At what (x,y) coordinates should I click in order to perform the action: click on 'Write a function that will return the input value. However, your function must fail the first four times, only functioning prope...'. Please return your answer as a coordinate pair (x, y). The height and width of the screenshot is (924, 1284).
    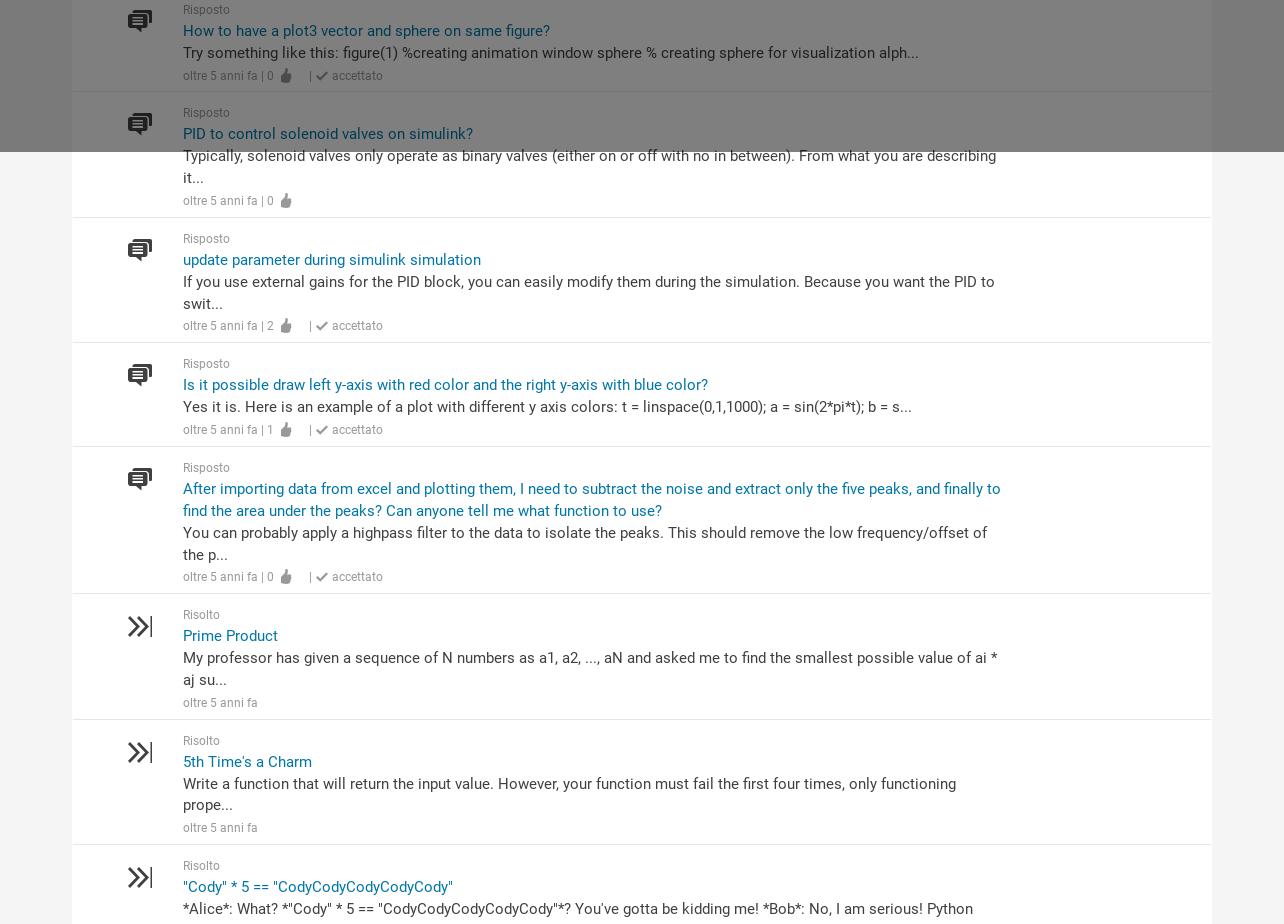
    Looking at the image, I should click on (567, 793).